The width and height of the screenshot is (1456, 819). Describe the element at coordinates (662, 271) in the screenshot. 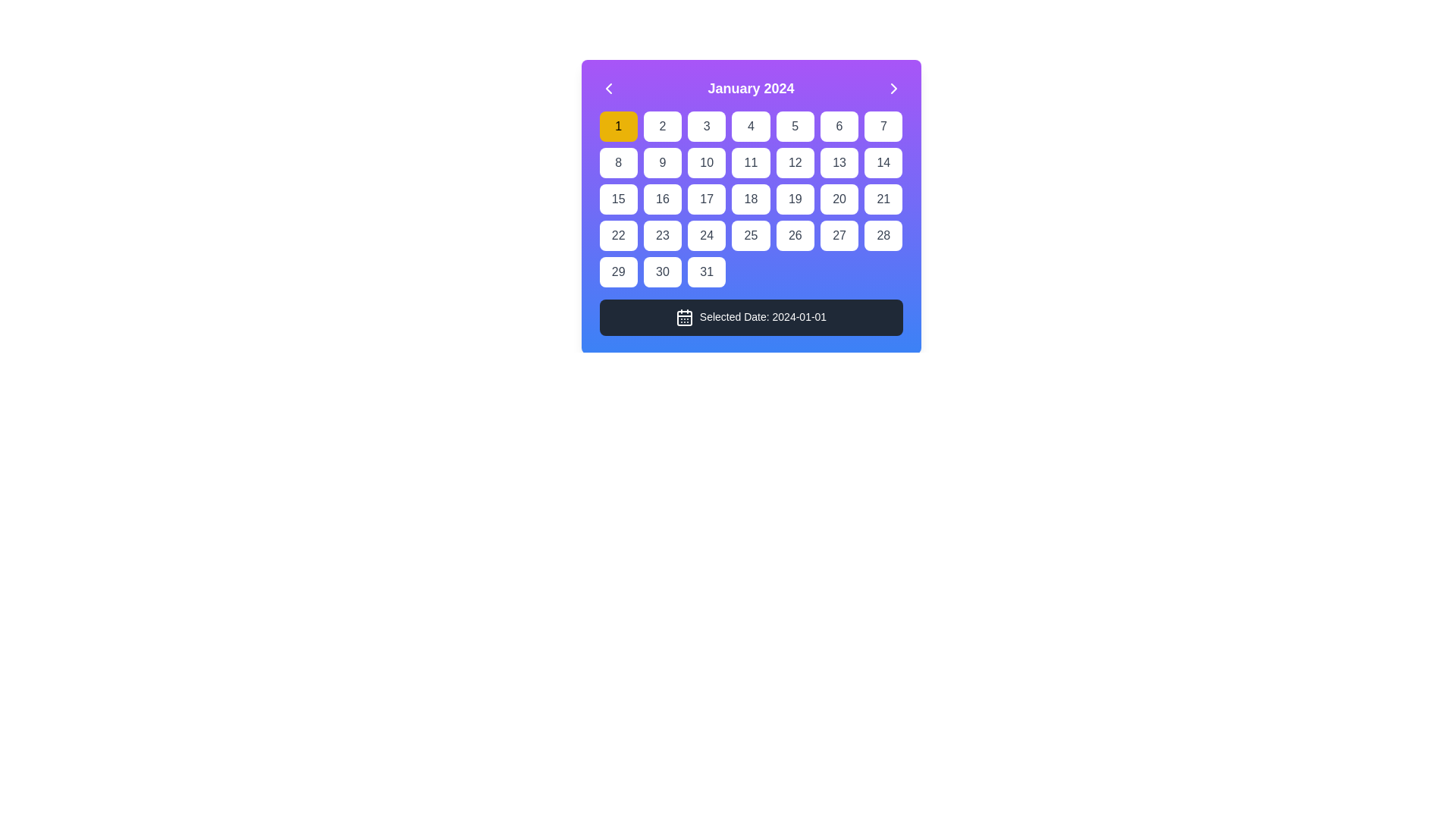

I see `the square button labeled '30' with a white background and rounded corners` at that location.